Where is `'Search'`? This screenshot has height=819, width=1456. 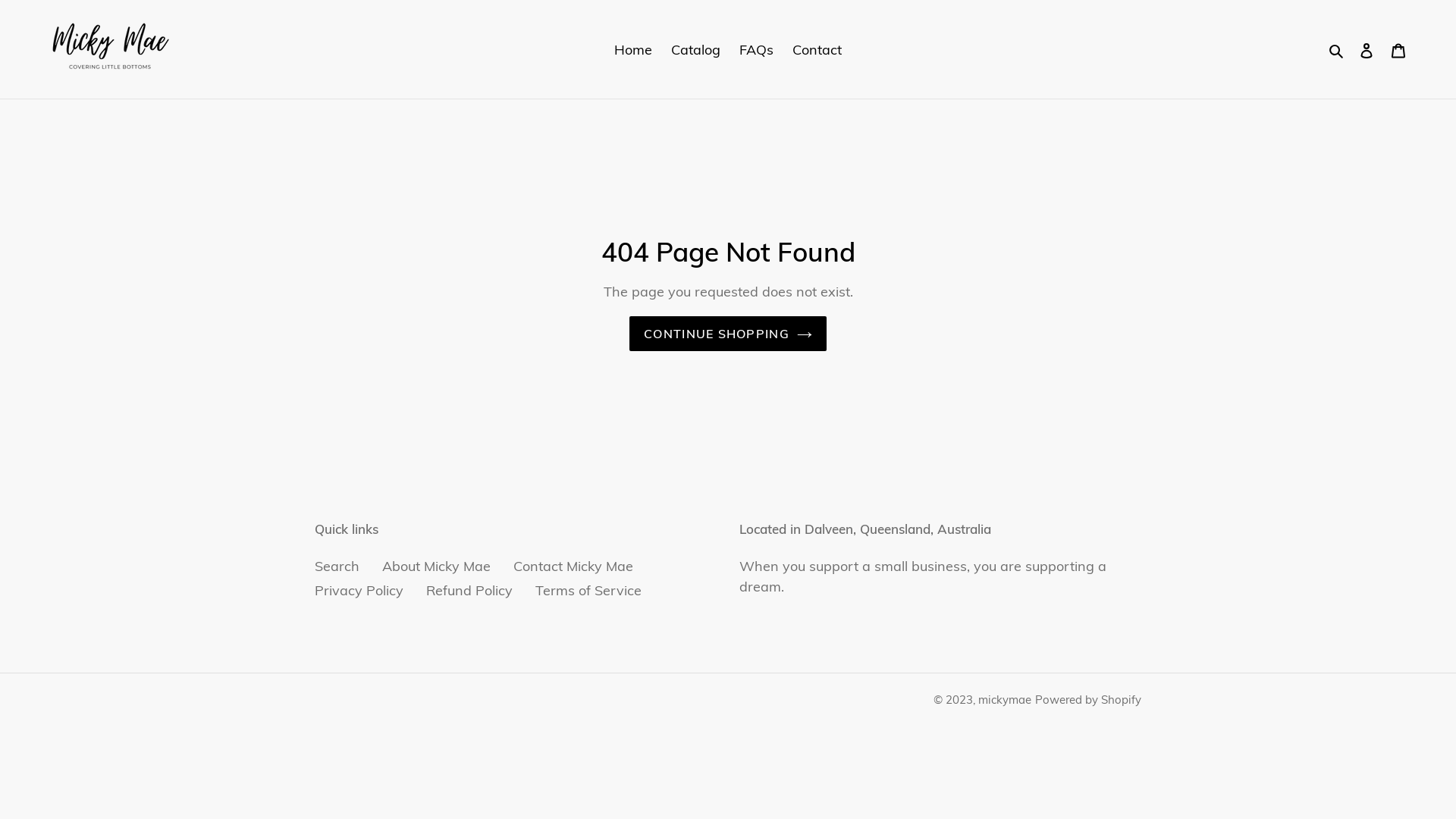 'Search' is located at coordinates (1323, 48).